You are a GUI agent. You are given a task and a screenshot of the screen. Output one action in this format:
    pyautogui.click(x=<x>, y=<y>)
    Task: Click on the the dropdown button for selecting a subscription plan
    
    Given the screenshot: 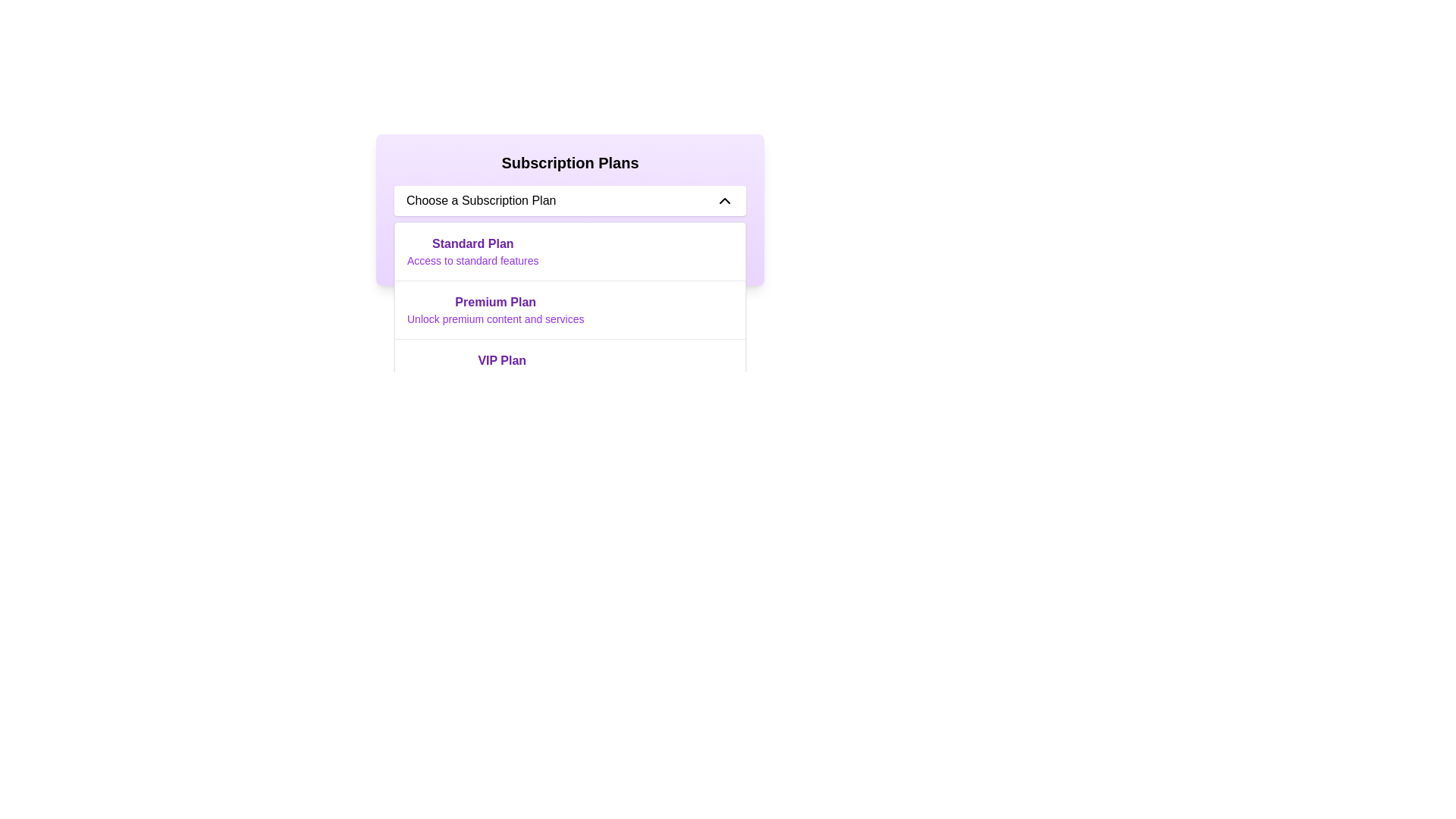 What is the action you would take?
    pyautogui.click(x=570, y=200)
    